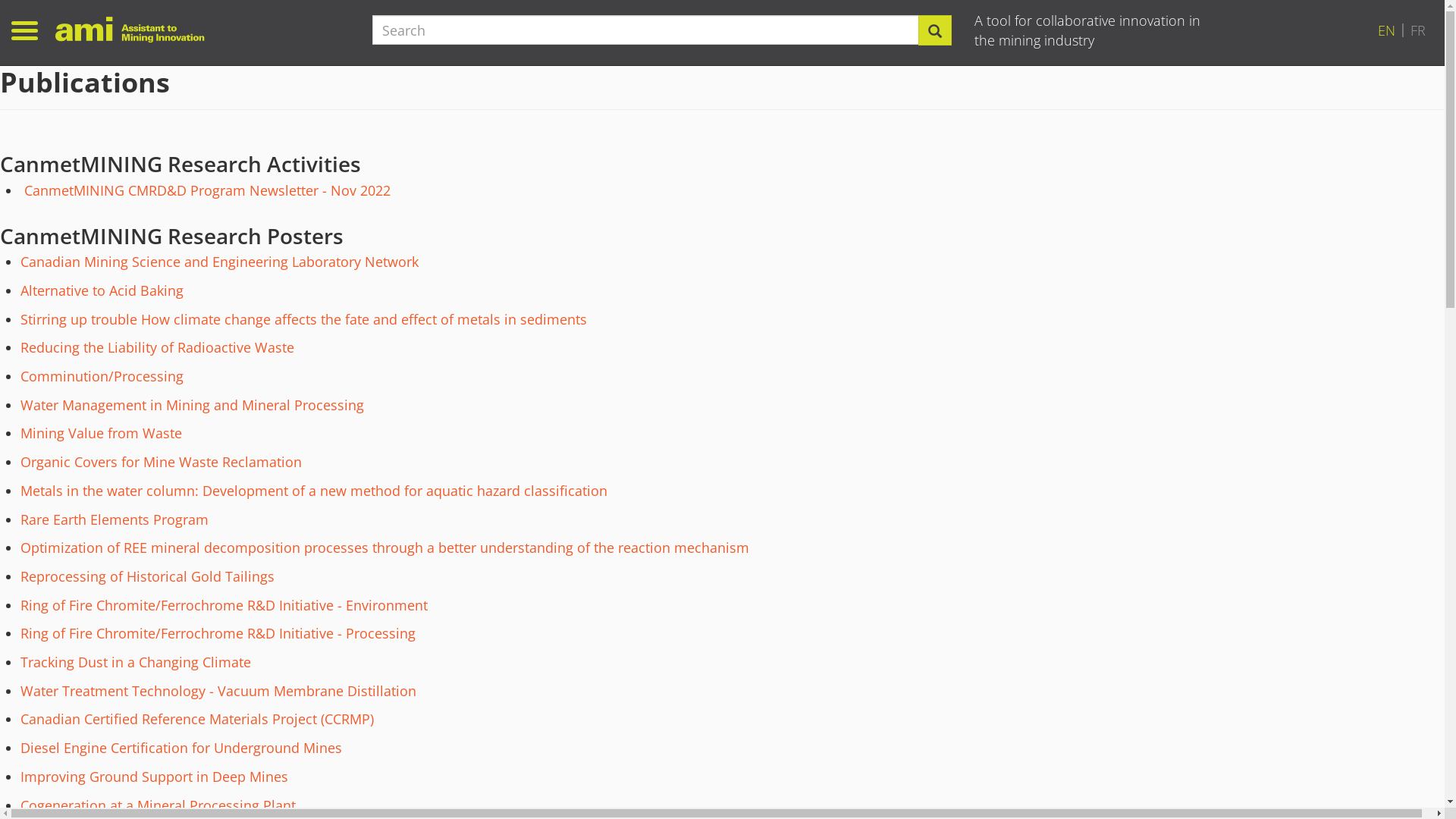  Describe the element at coordinates (181, 747) in the screenshot. I see `'Diesel Engine Certification for Underground Mines'` at that location.